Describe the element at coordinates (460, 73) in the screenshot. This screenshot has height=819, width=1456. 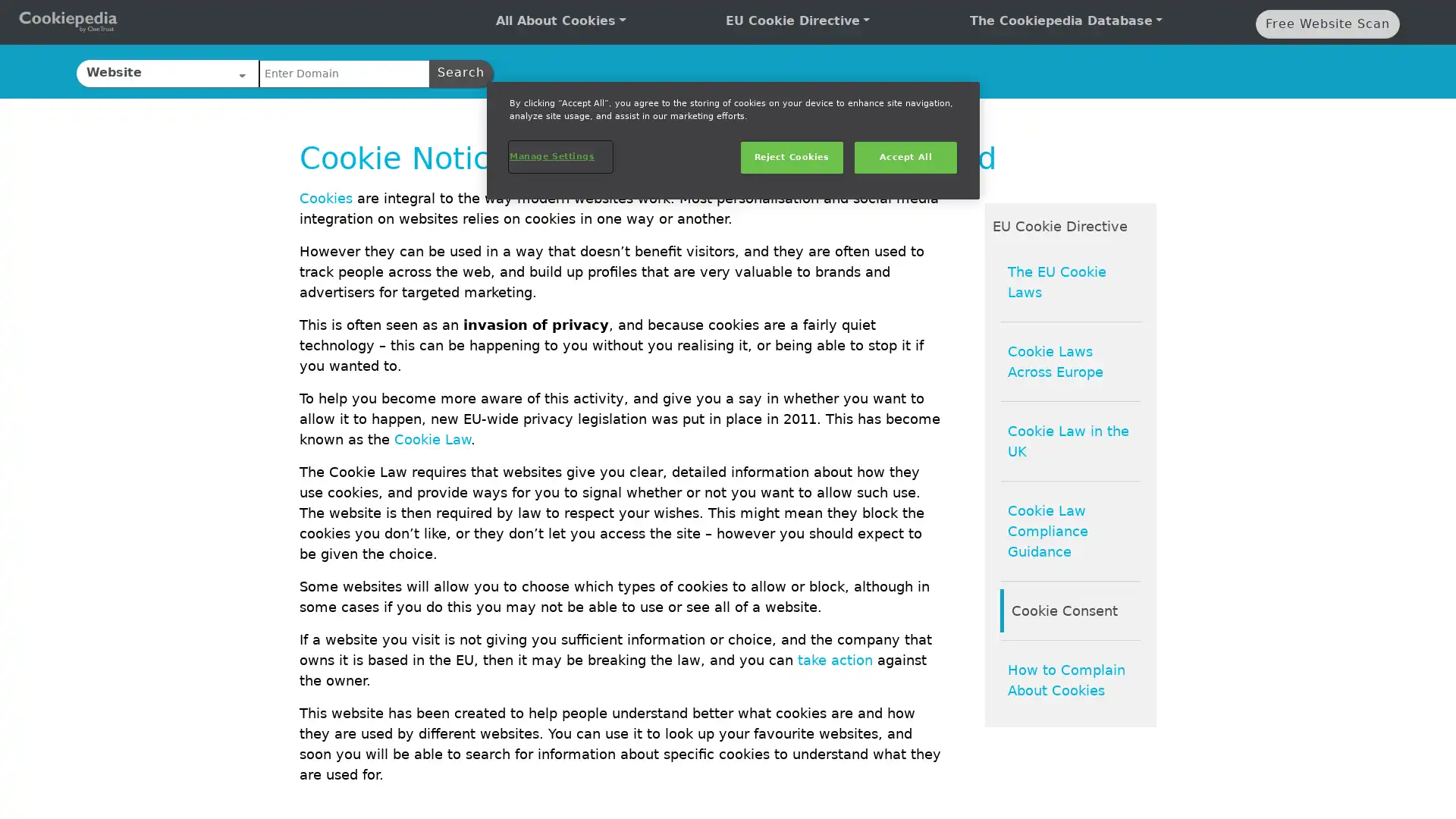
I see `Search` at that location.